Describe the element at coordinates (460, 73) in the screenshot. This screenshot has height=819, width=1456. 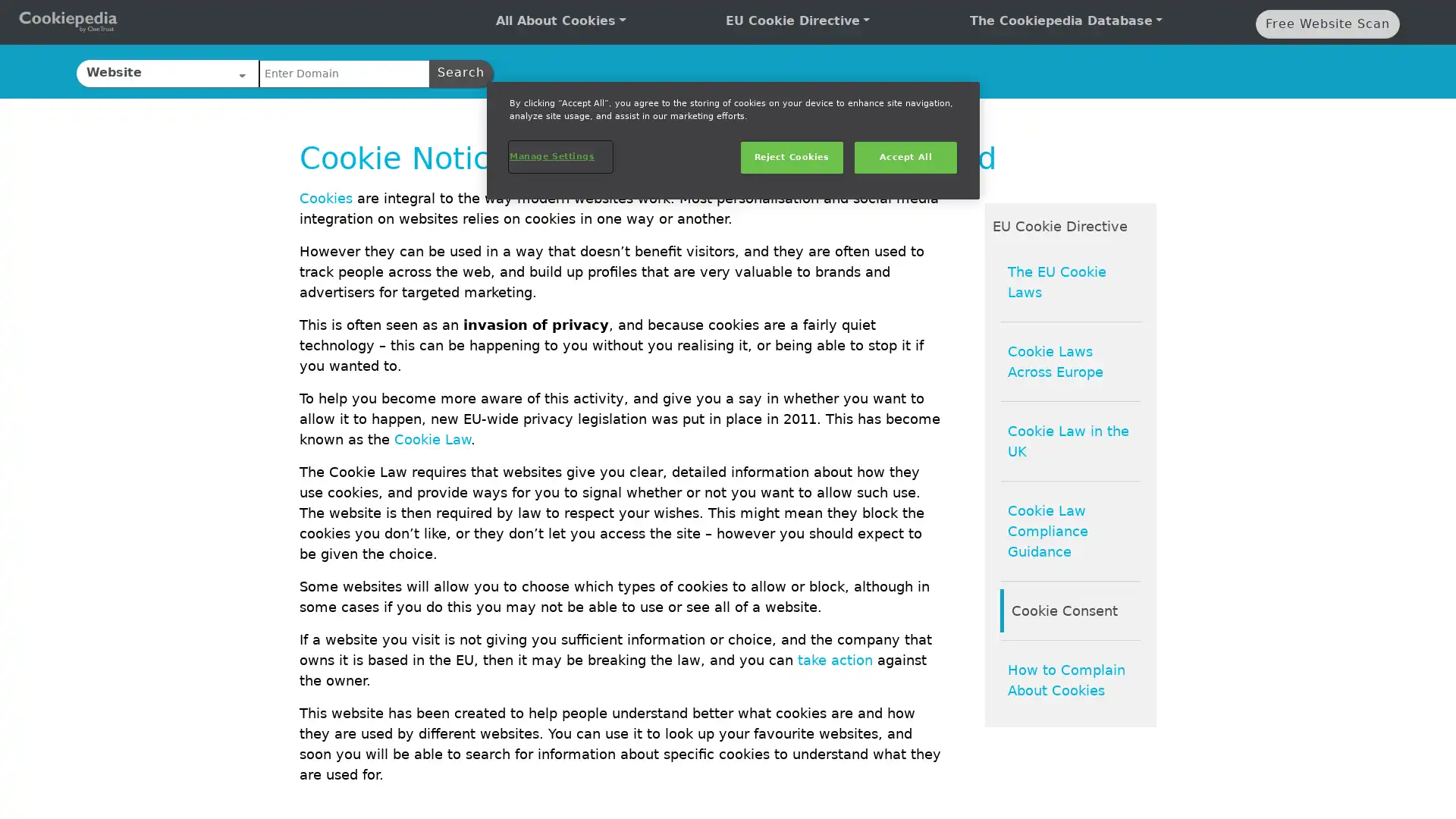
I see `Search` at that location.